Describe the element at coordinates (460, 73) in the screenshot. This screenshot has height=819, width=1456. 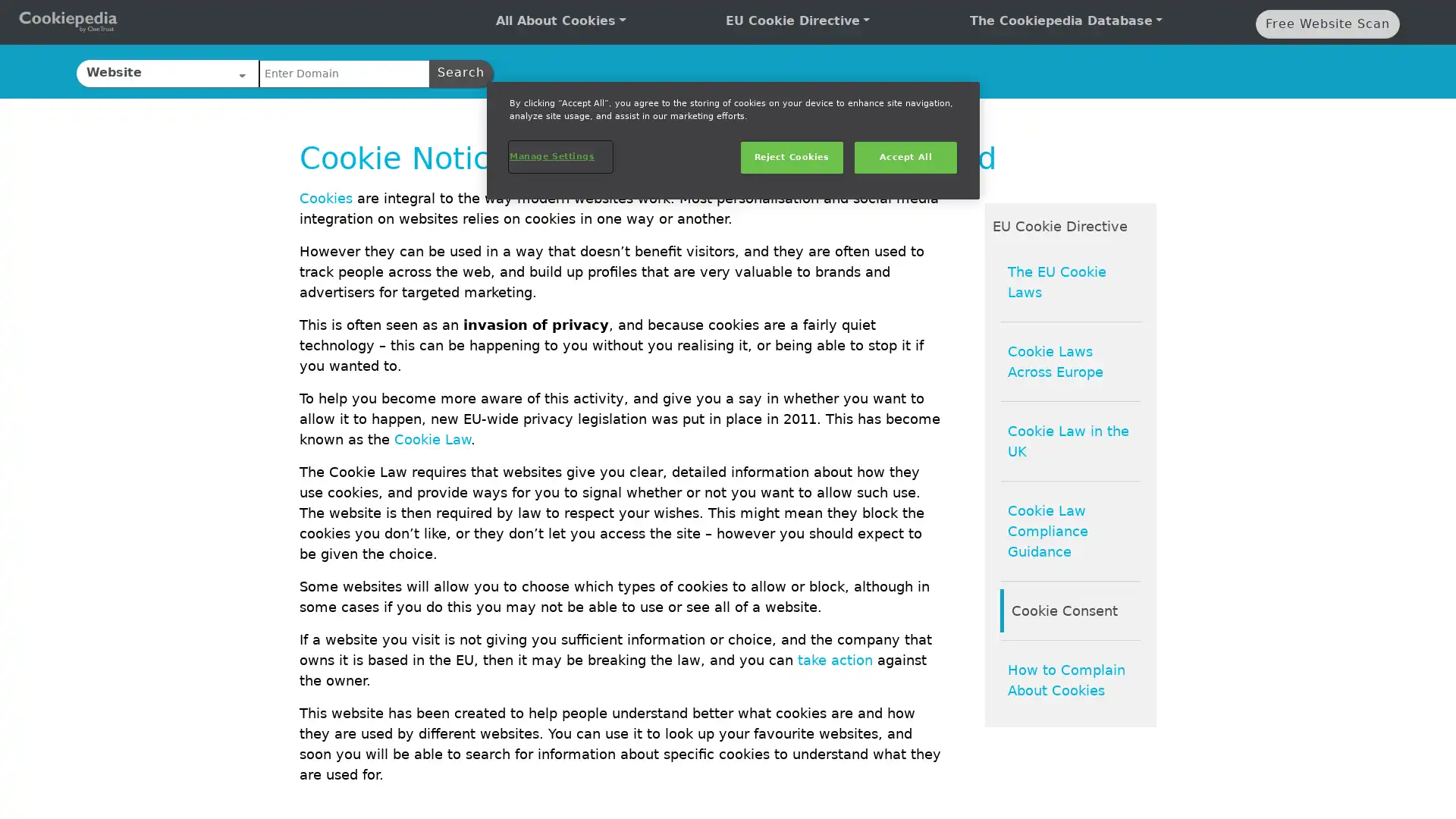
I see `Search` at that location.